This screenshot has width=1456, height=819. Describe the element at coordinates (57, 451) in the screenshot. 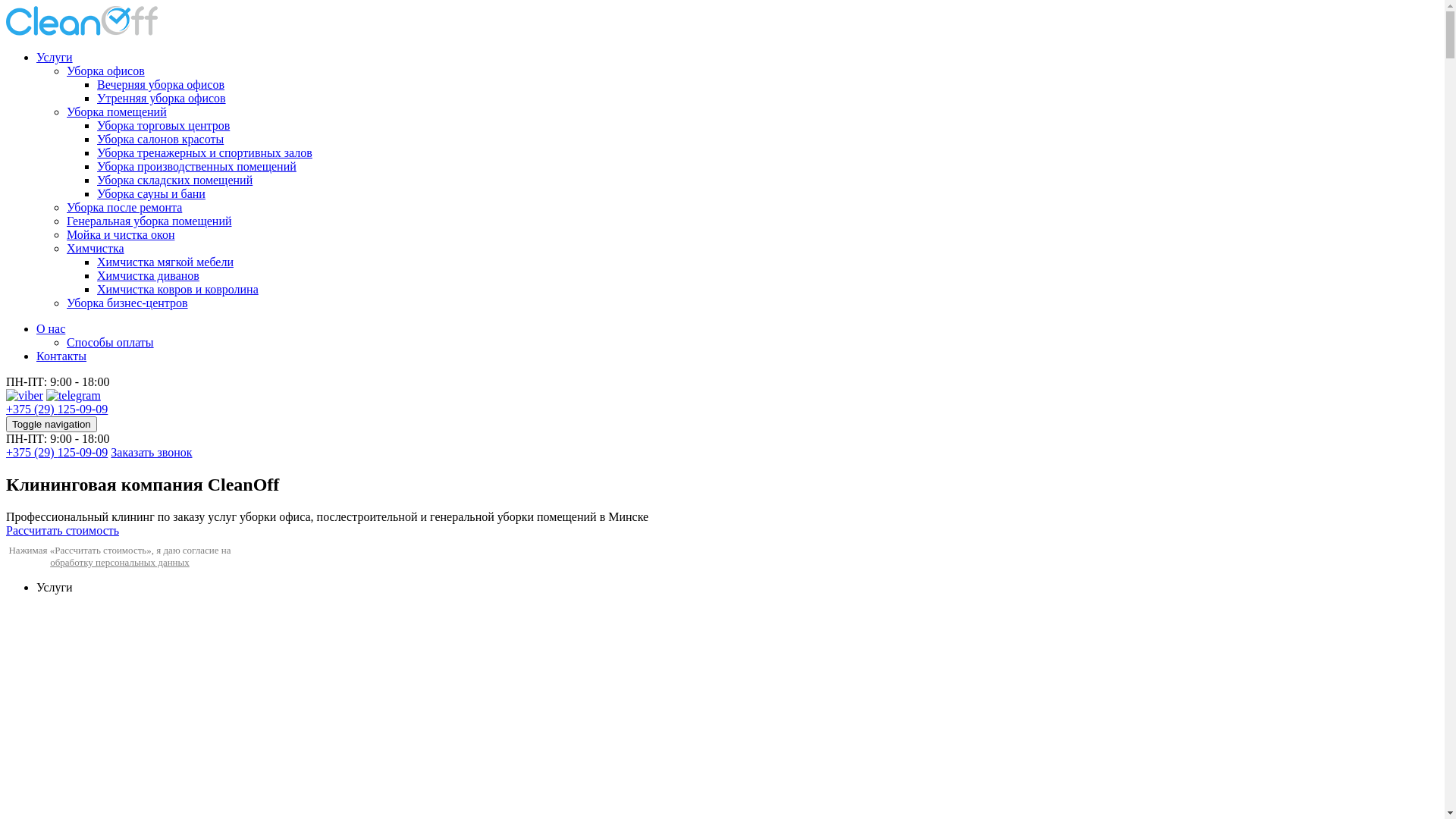

I see `'+375 (29) 125-09-09'` at that location.